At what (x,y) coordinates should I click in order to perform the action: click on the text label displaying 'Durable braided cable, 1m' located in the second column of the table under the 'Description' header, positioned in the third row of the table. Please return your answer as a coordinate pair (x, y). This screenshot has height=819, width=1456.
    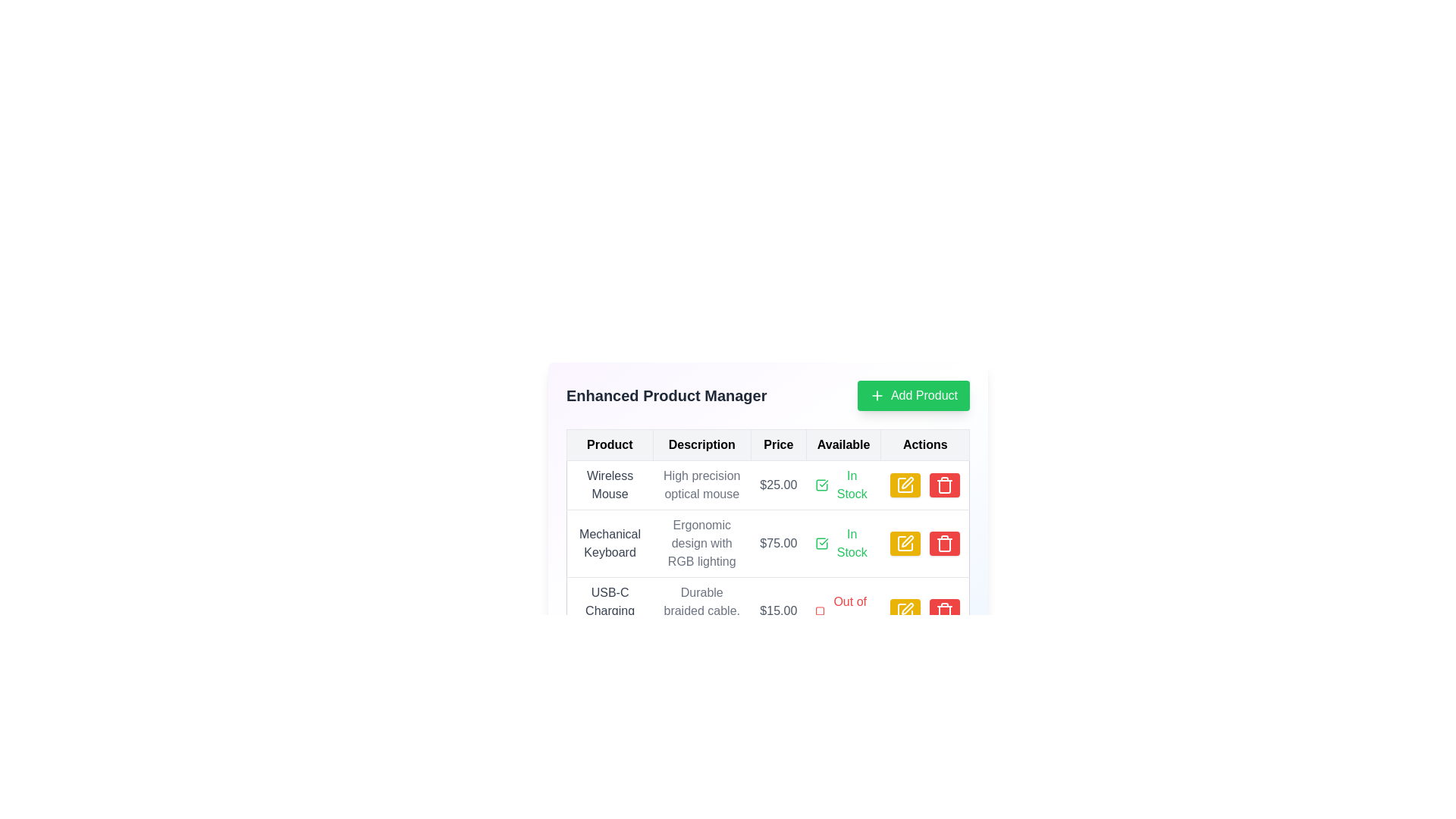
    Looking at the image, I should click on (701, 610).